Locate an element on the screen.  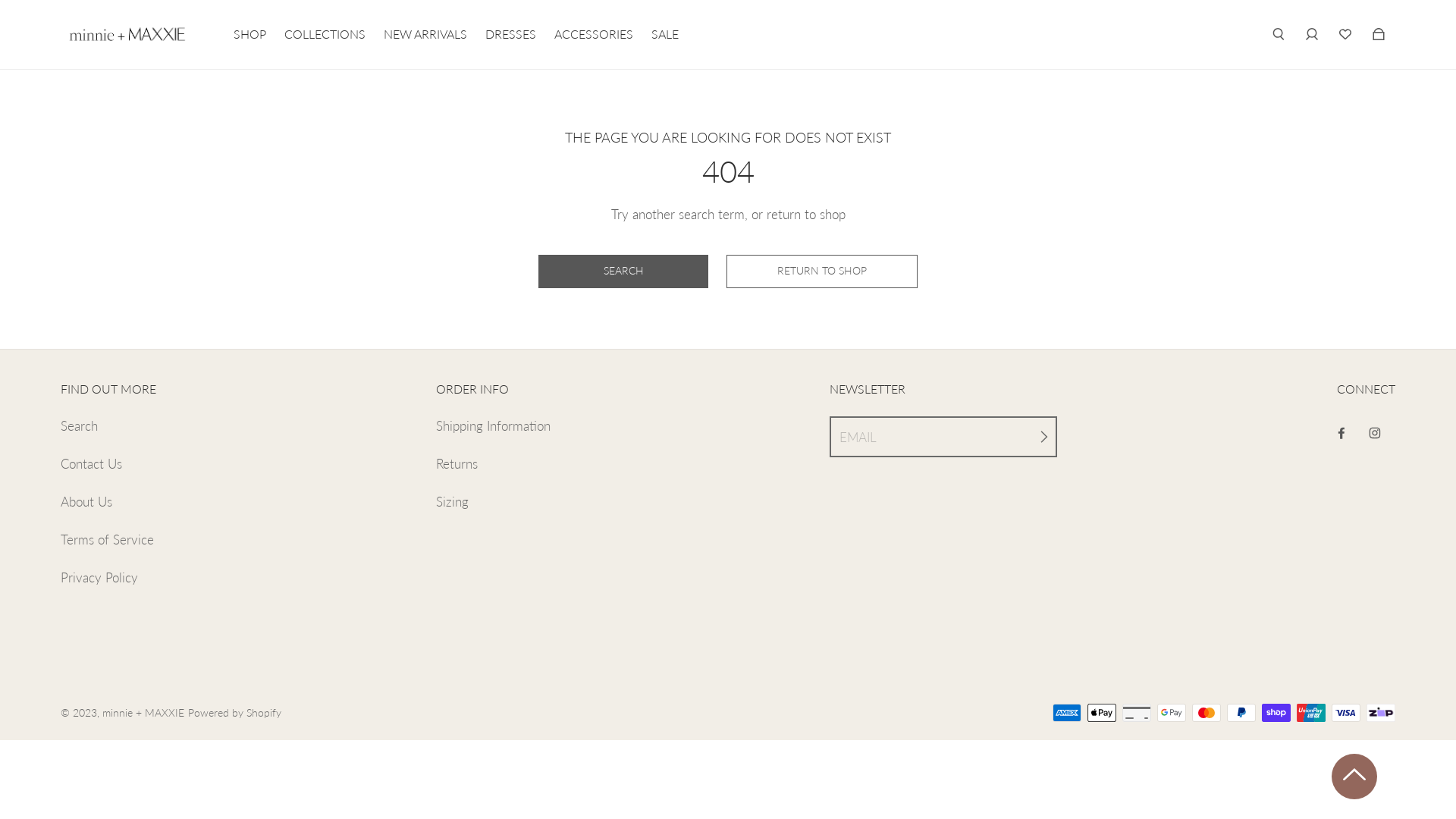
'RETURN TO SHOP' is located at coordinates (821, 271).